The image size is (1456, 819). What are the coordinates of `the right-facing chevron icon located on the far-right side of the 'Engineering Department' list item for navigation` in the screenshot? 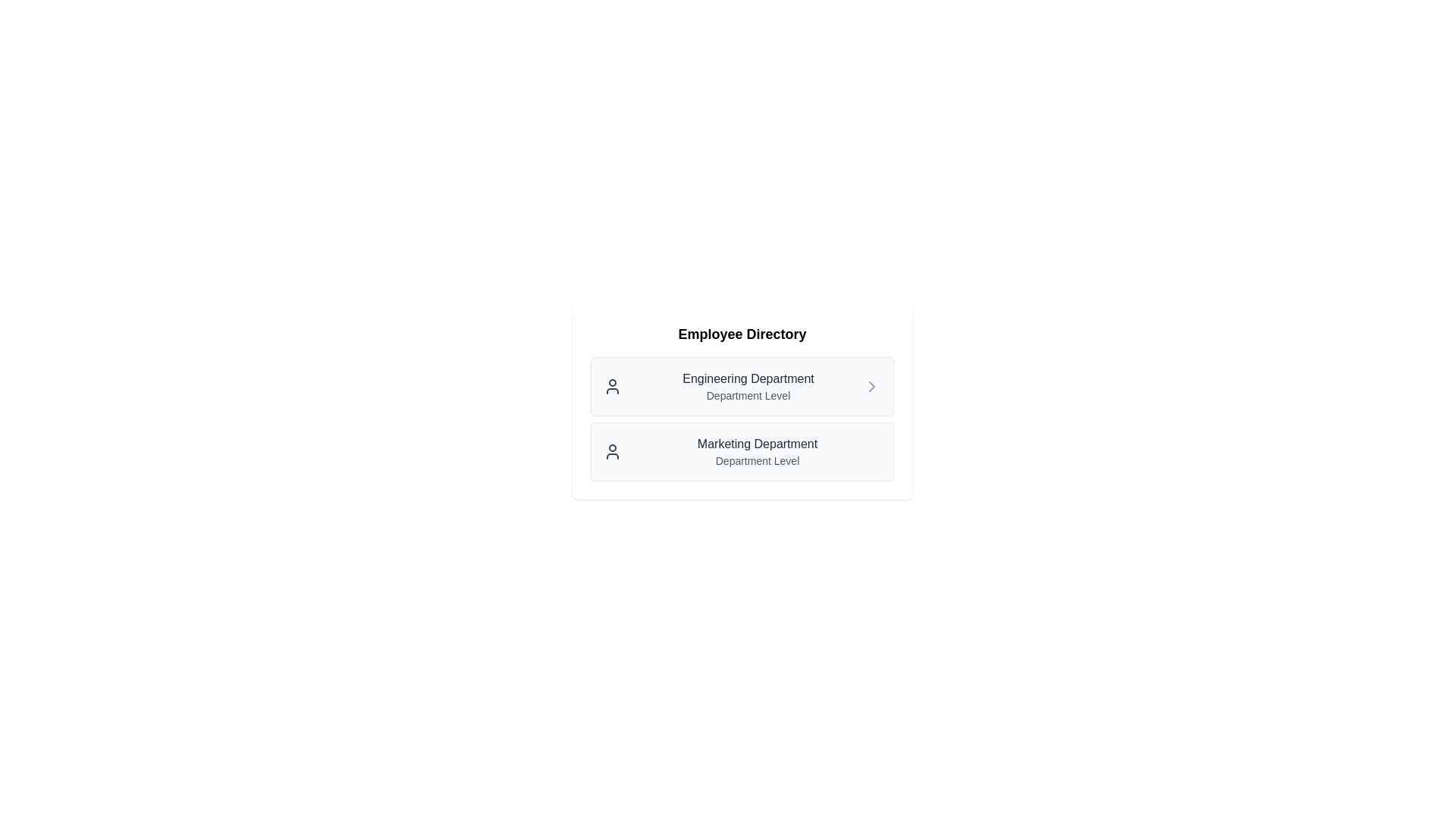 It's located at (872, 385).